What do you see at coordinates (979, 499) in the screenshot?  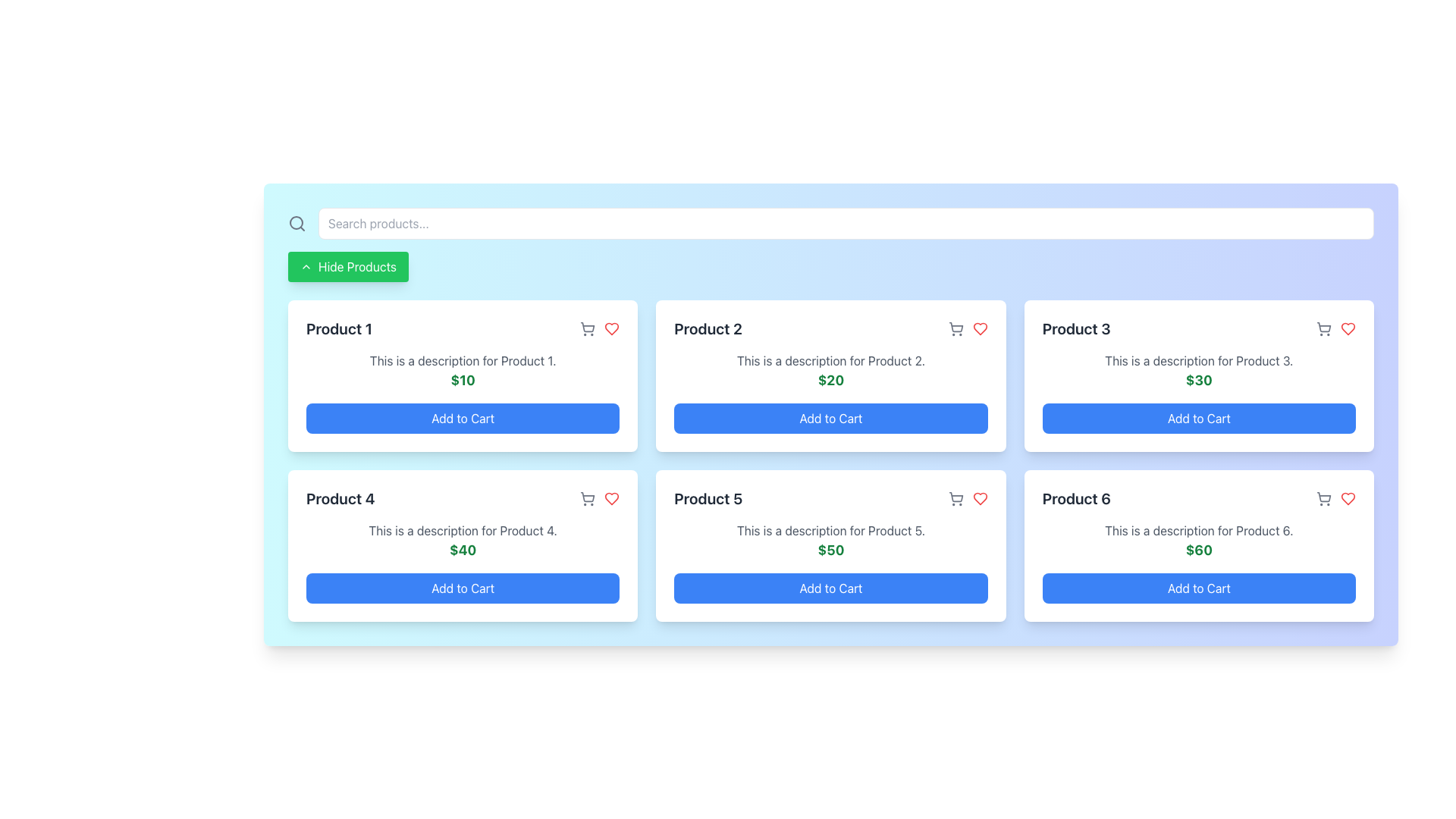 I see `the heart icon in the 'Product 2' card to mark the product as a favorite` at bounding box center [979, 499].